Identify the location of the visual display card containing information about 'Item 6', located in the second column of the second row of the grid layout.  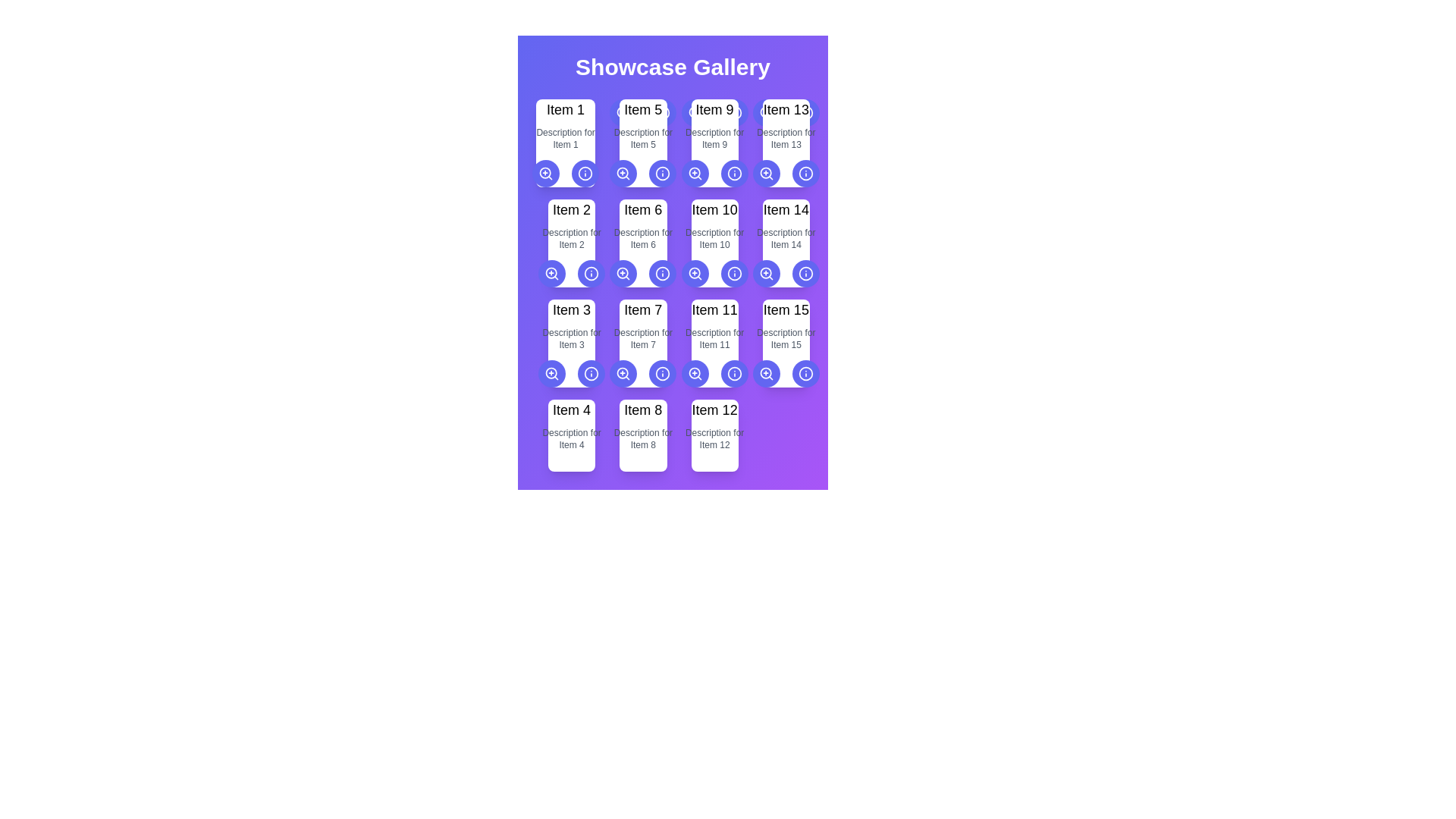
(643, 242).